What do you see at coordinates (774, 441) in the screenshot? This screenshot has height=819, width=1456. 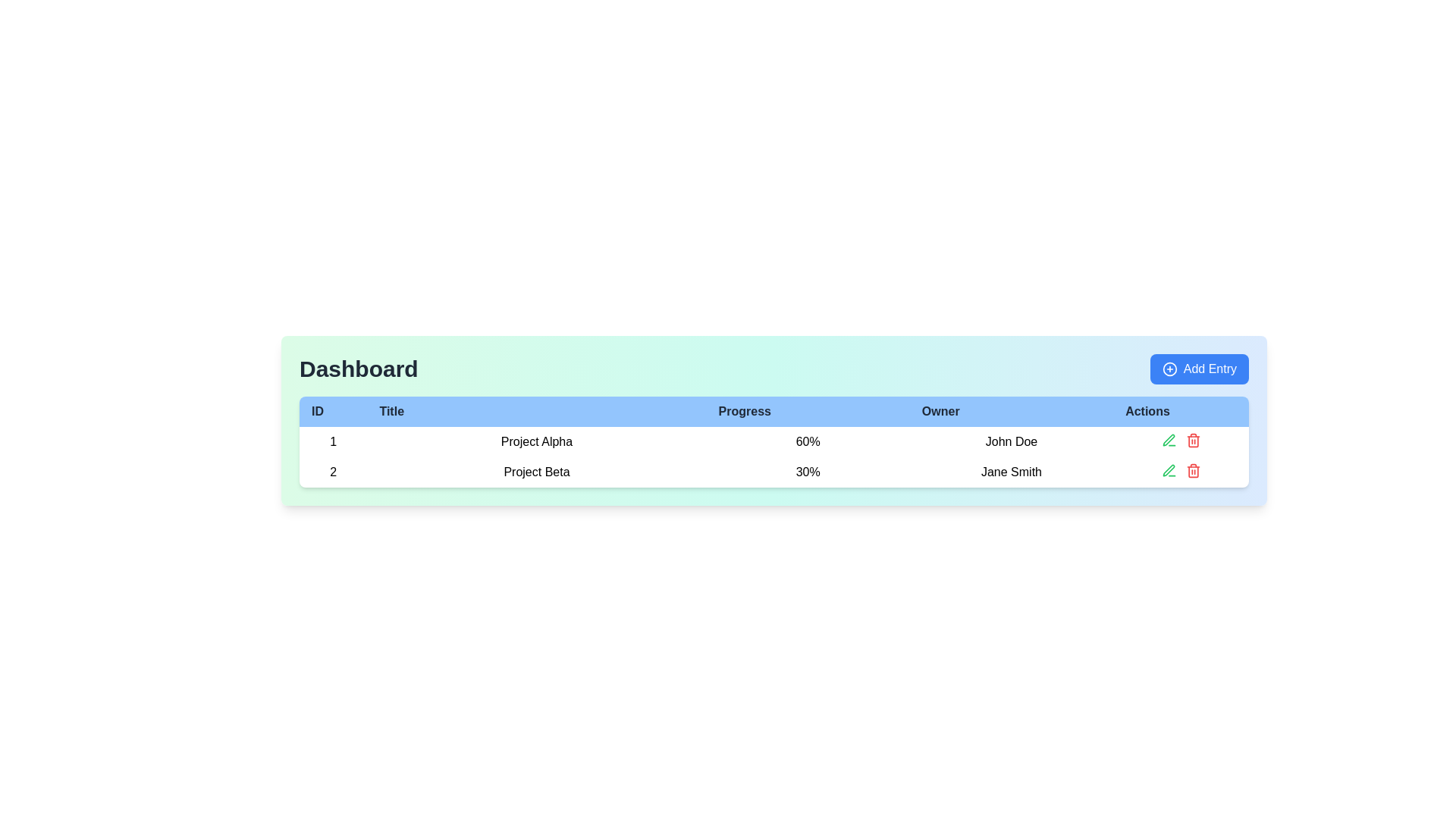 I see `the first row of the data table containing ID '1', project title 'Project Alpha', progress '60%', owner 'John Doe', and action icons` at bounding box center [774, 441].